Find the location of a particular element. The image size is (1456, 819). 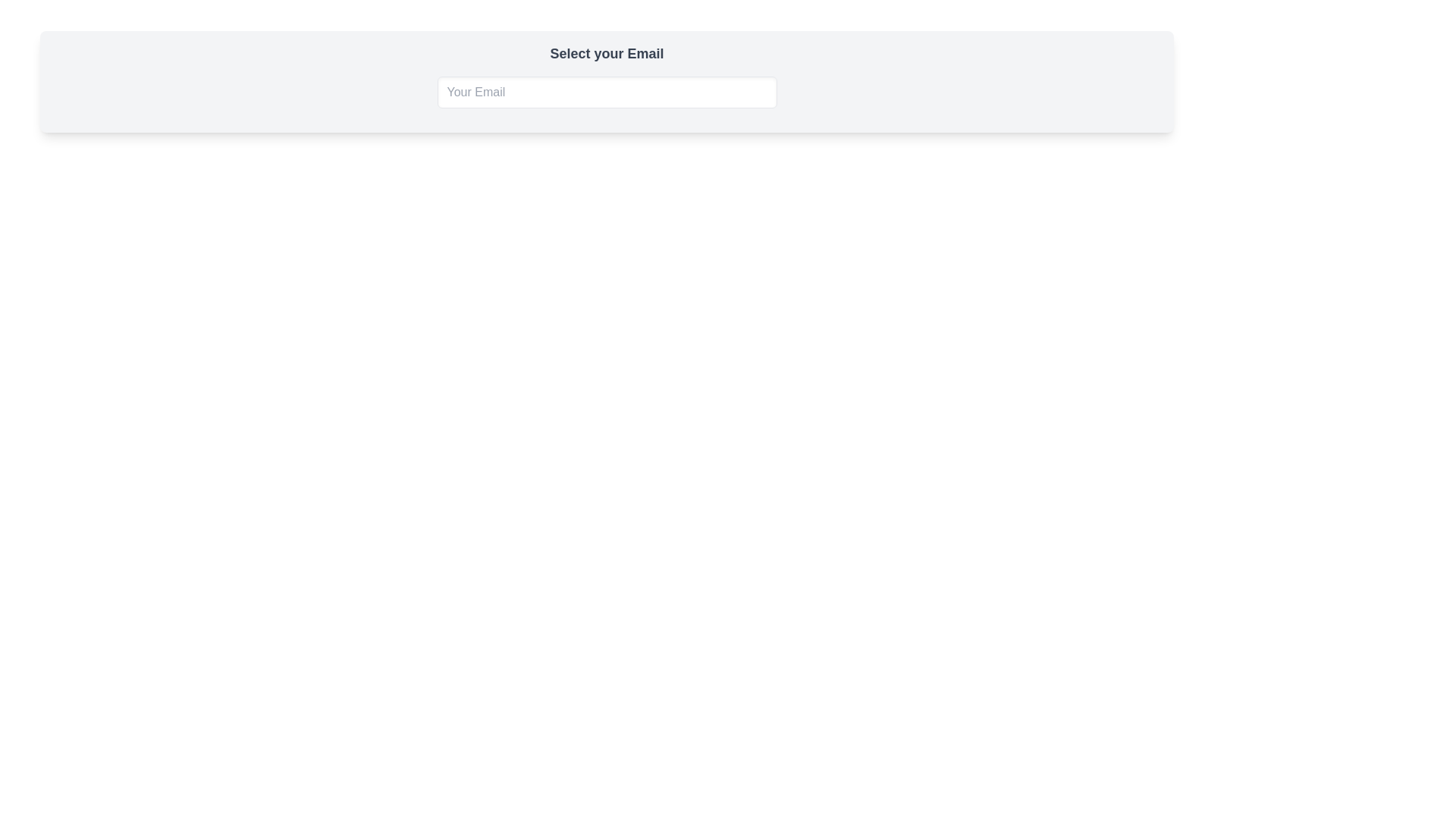

the title label that guides the user to input their email, located at the top of the card with a light-gray background is located at coordinates (607, 52).